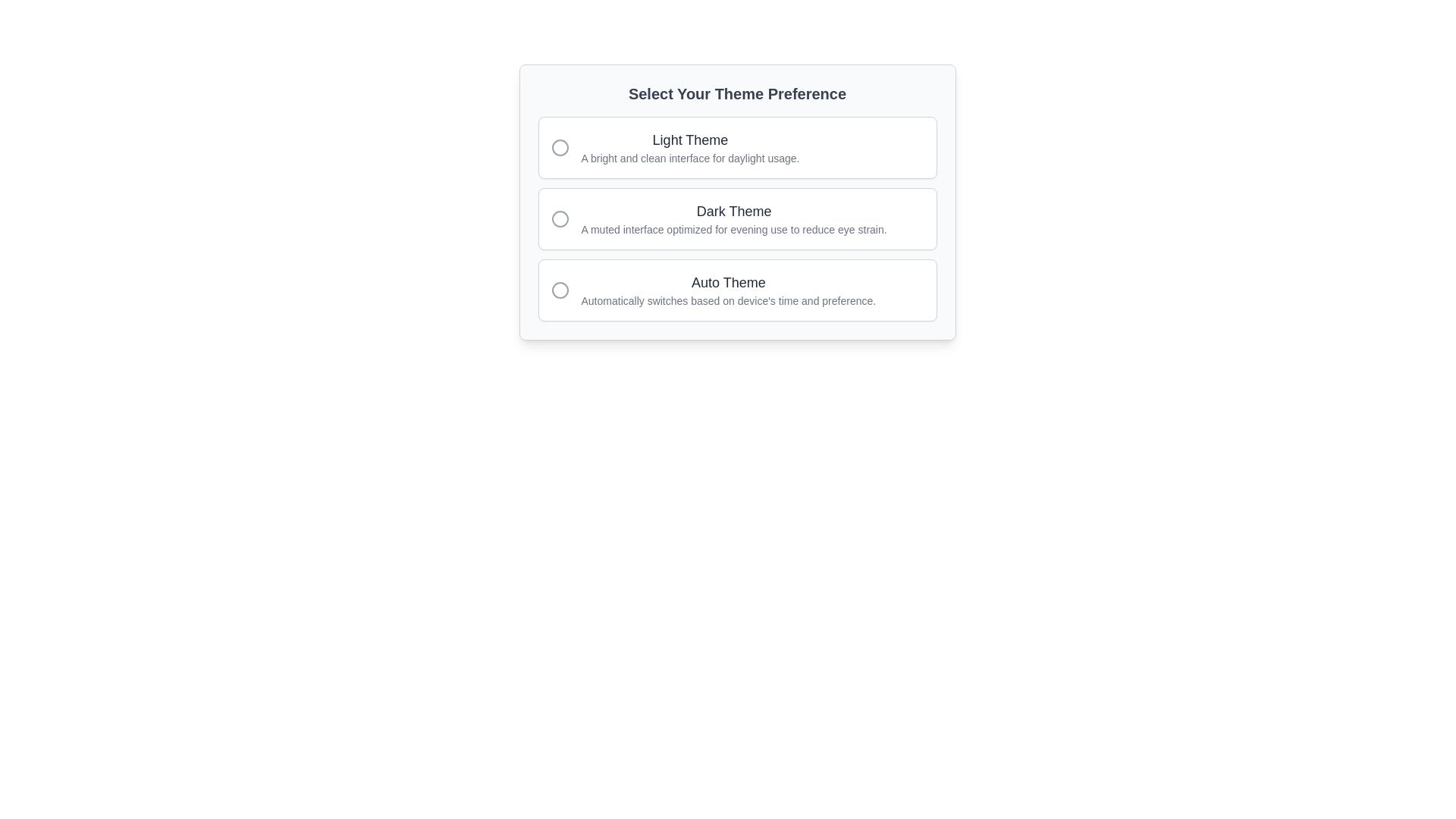  What do you see at coordinates (689, 148) in the screenshot?
I see `the Text element displaying the title 'Light Theme' and its description 'A bright and clean interface for daylight usage.', which is part of the first selectable option in the theme preferences list` at bounding box center [689, 148].